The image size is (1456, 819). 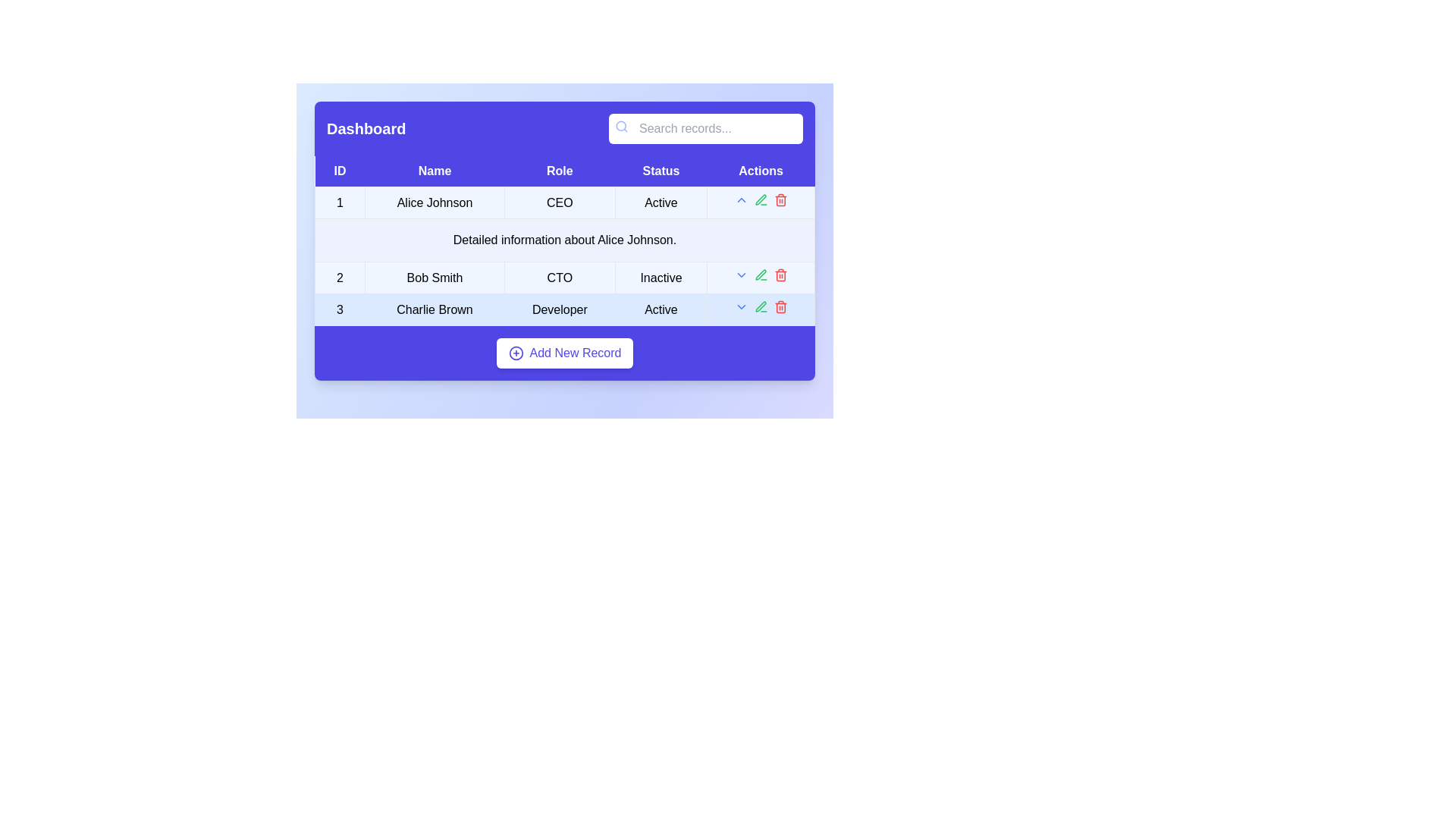 What do you see at coordinates (559, 171) in the screenshot?
I see `the 'Role' column header in the table, which is the third header from the left, positioned between 'Name' and 'Status'` at bounding box center [559, 171].